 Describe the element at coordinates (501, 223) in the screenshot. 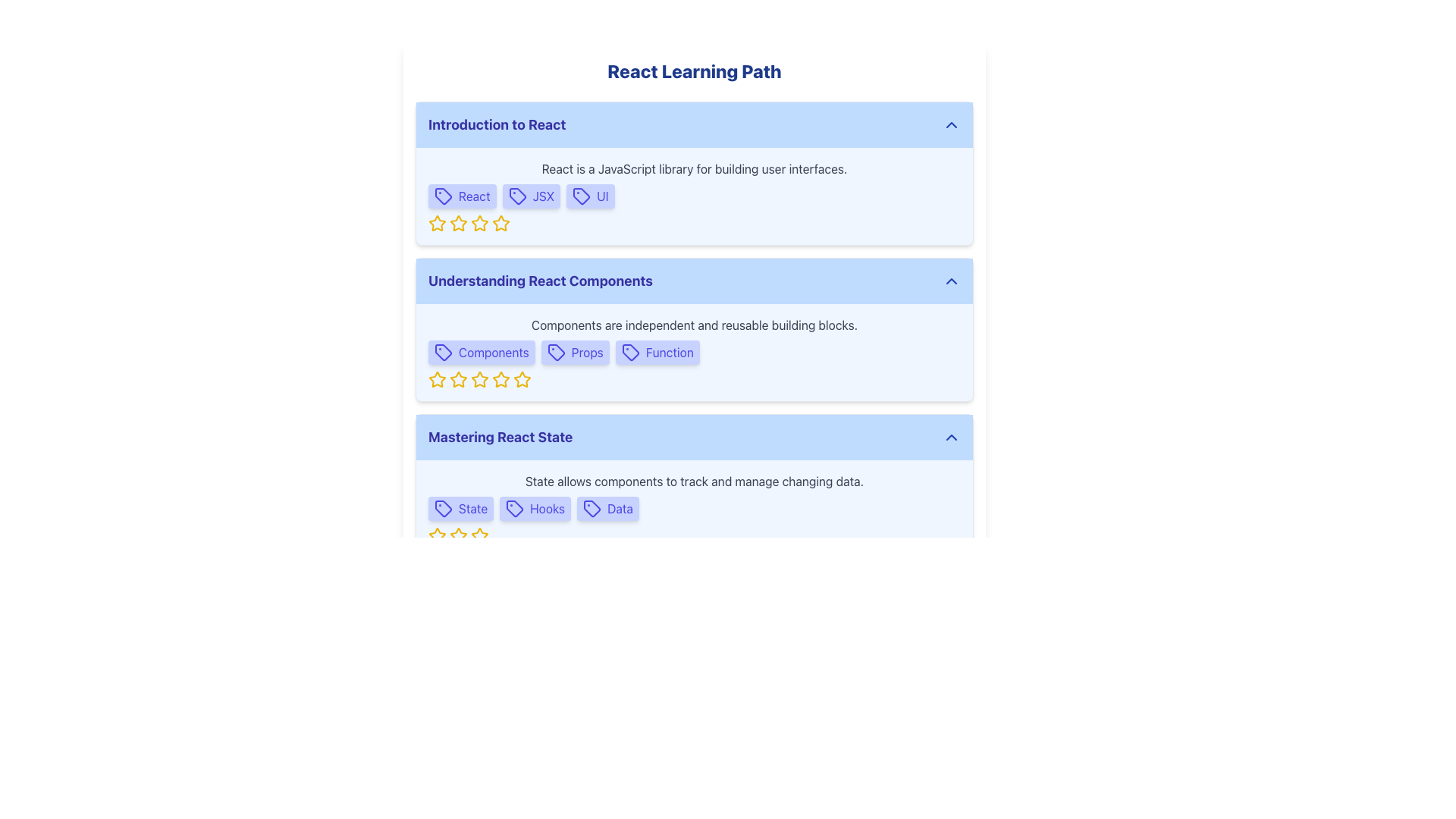

I see `the second star-shaped yellow rating indicator icon in the 'Introduction to React' section` at that location.